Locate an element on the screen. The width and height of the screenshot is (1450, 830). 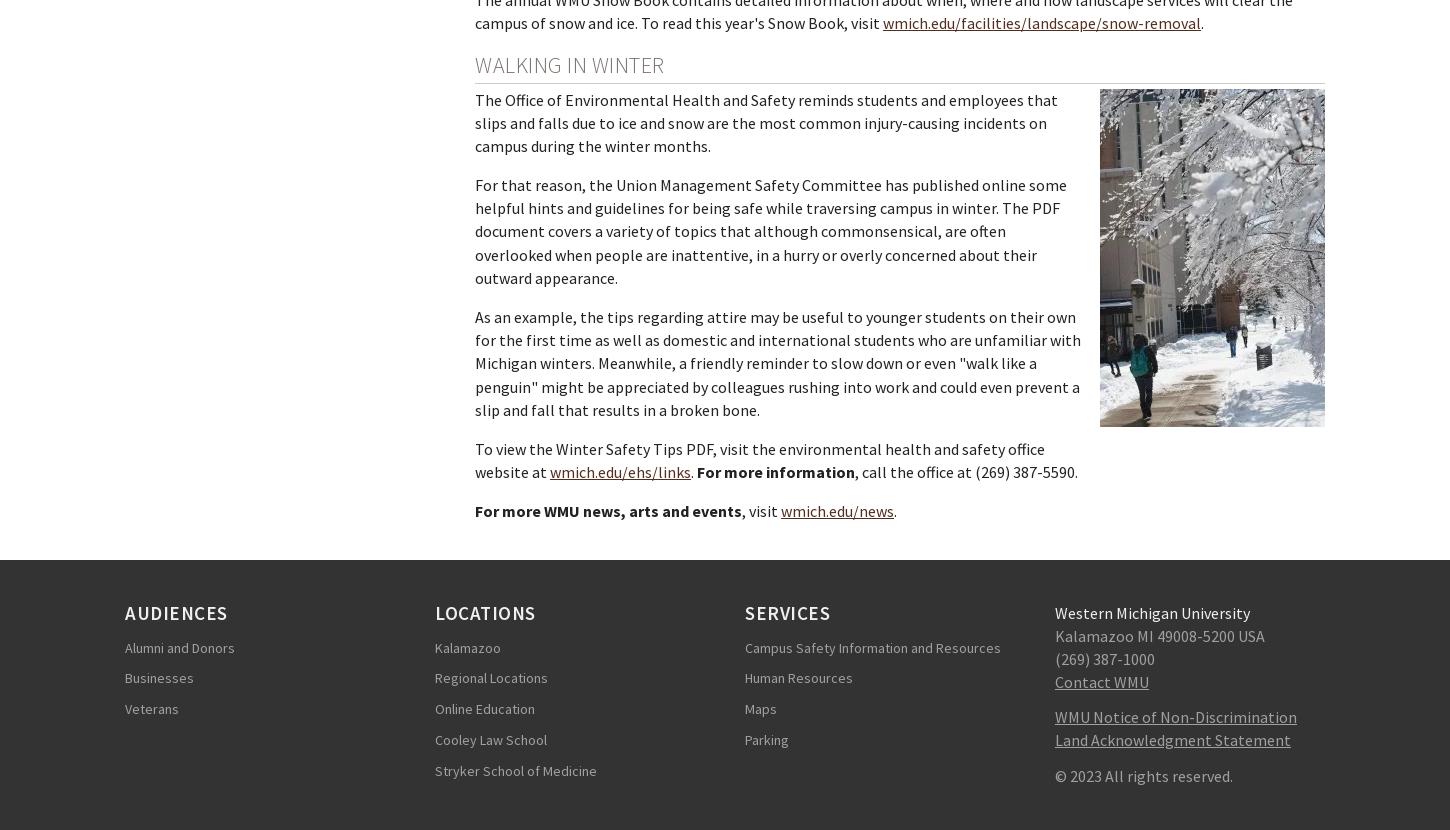
'The Office of Environmental Health and Safety reminds students and employees that slips and falls due to ice and snow are the most common injury-causing incidents on campus during the winter months.' is located at coordinates (766, 122).